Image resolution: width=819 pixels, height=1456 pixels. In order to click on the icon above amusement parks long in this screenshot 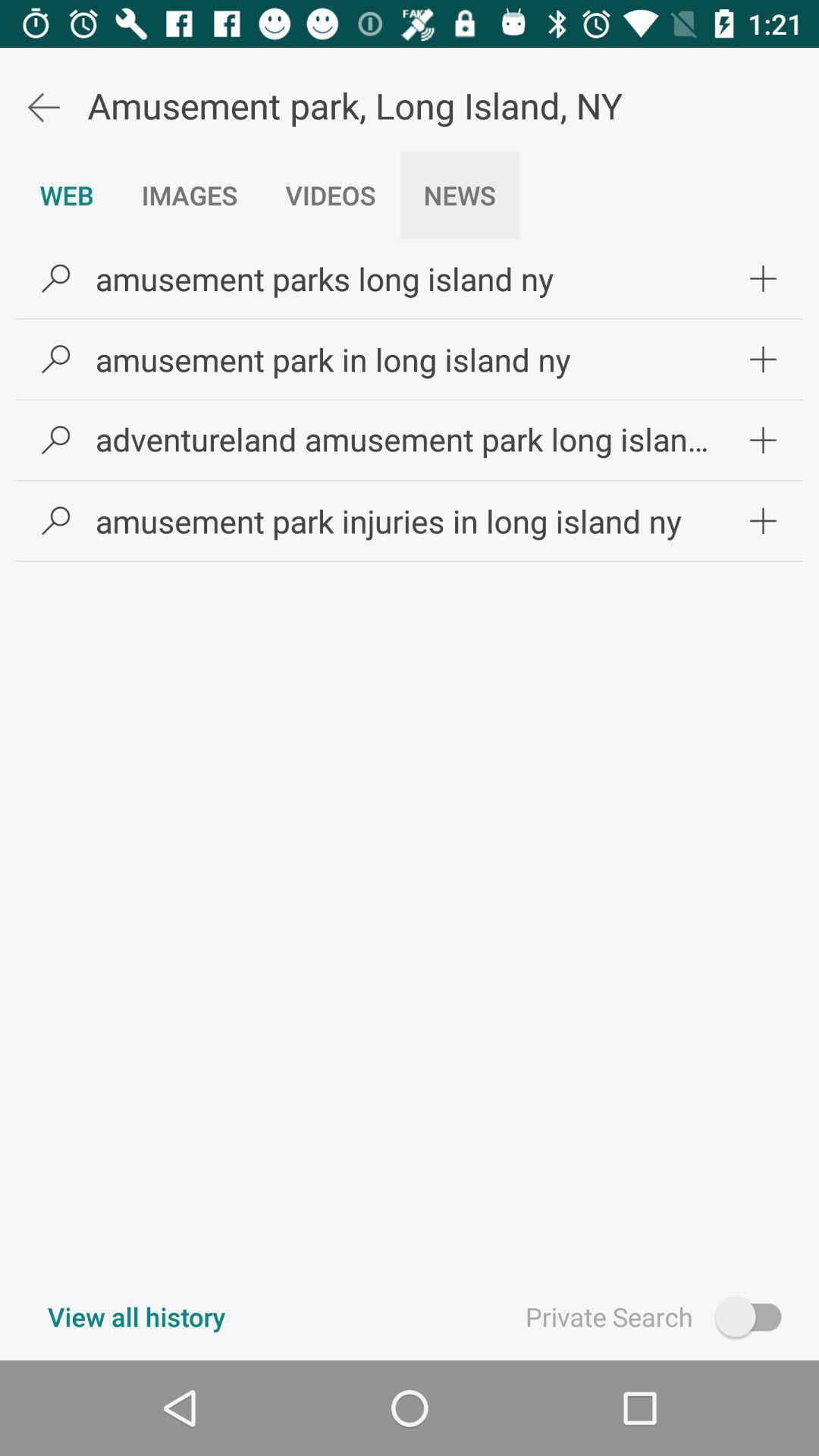, I will do `click(330, 194)`.